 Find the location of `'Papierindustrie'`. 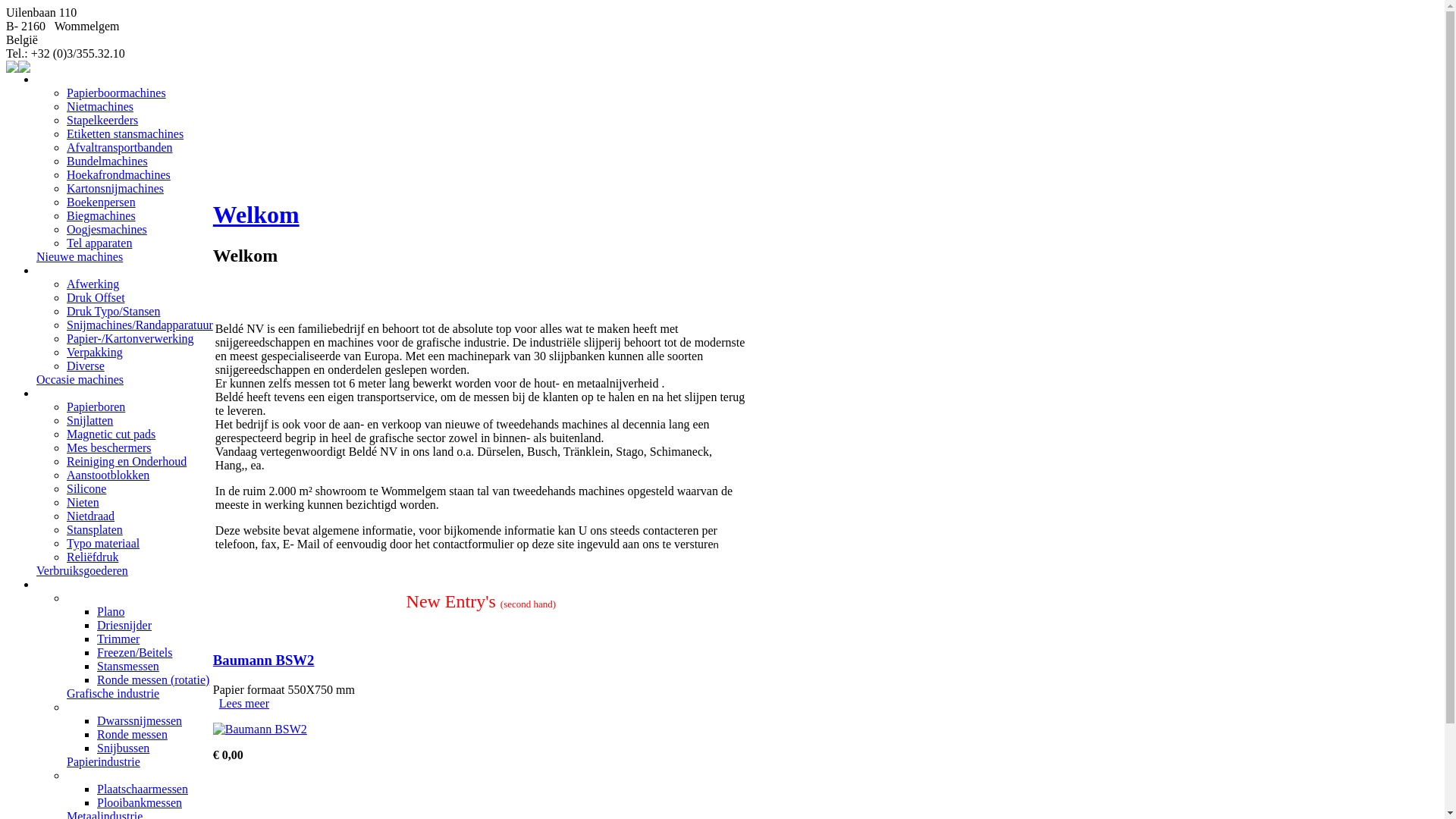

'Papierindustrie' is located at coordinates (102, 761).